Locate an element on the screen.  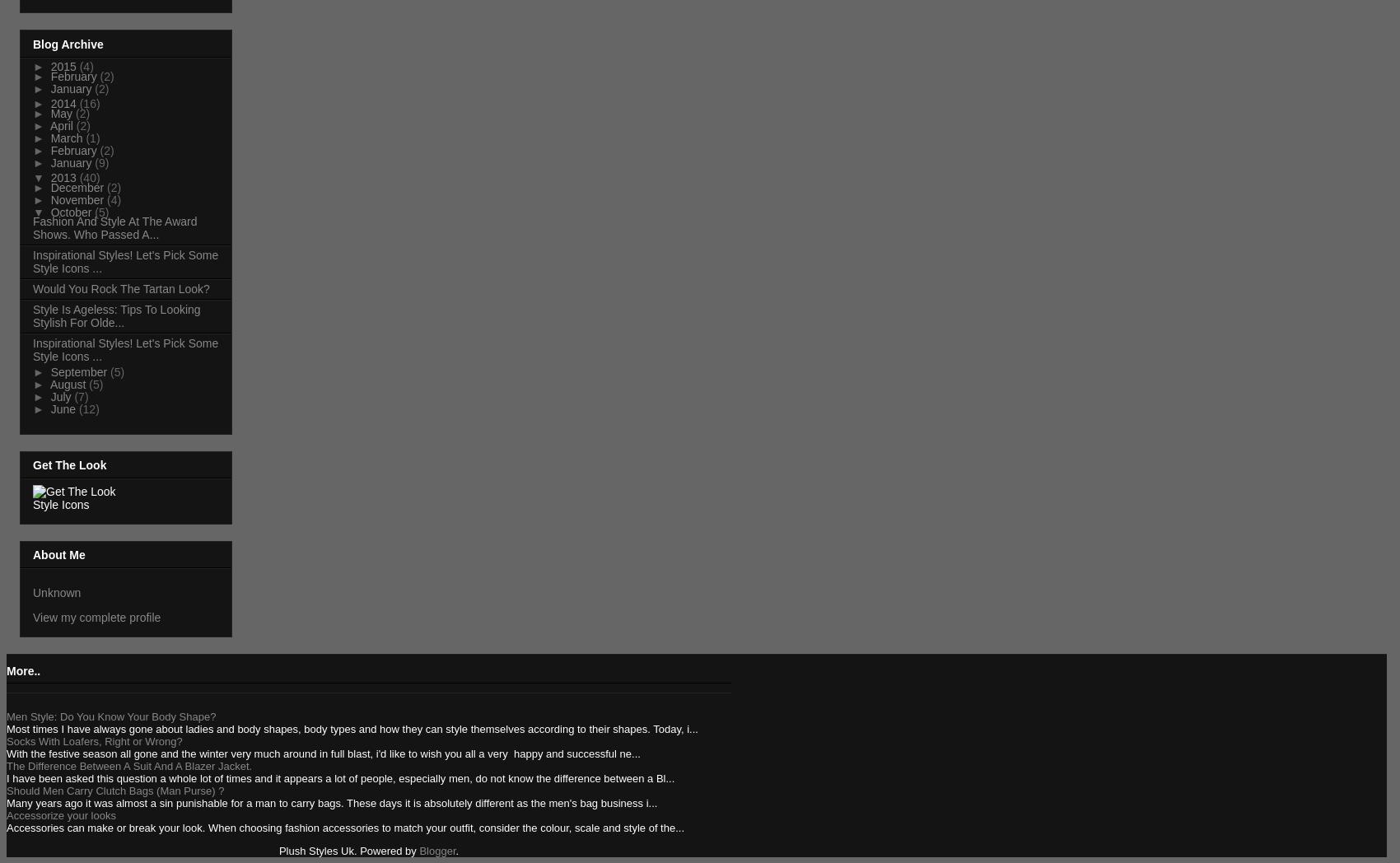
'More..' is located at coordinates (6, 670).